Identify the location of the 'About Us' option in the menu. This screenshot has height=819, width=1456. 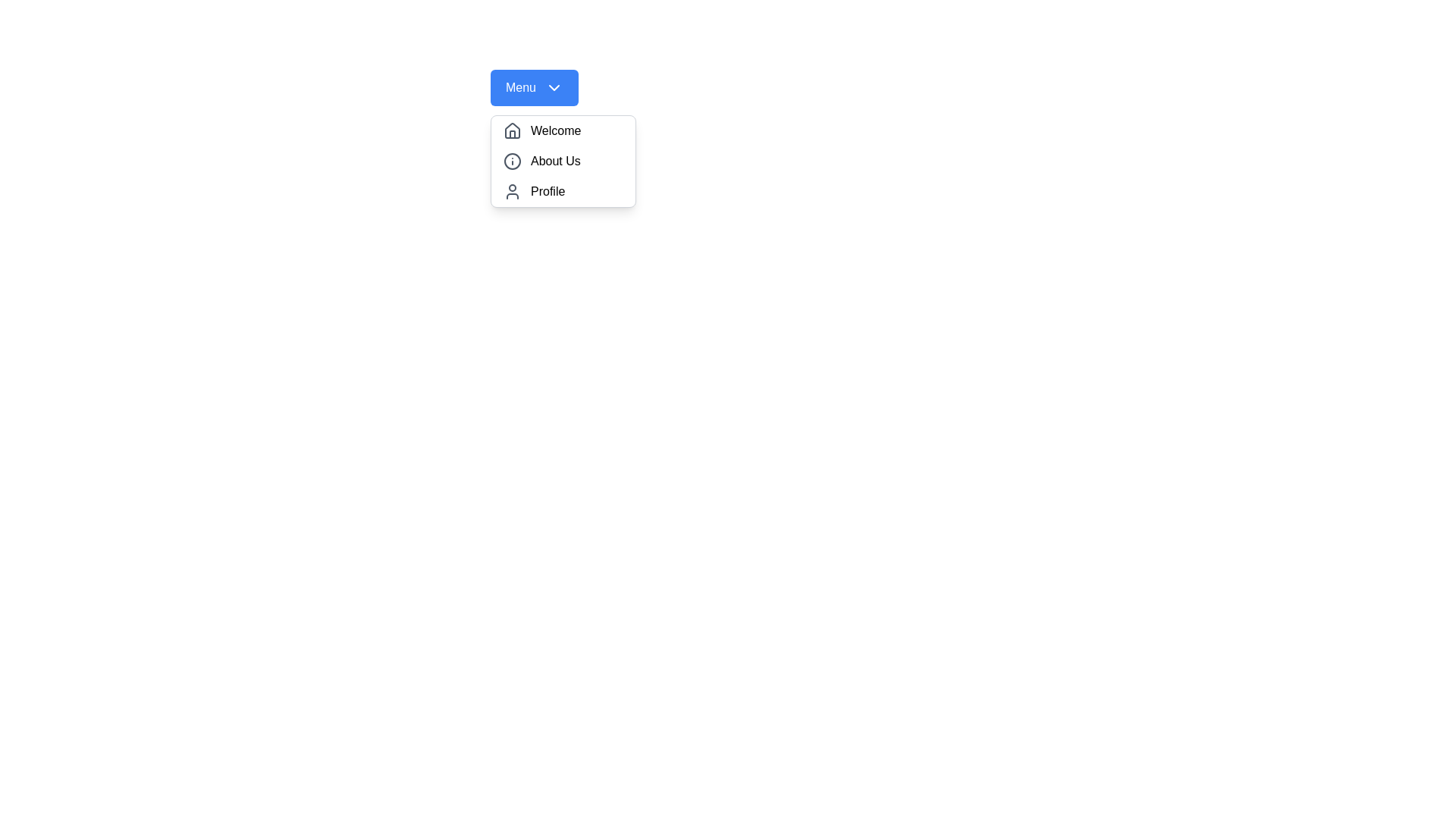
(563, 161).